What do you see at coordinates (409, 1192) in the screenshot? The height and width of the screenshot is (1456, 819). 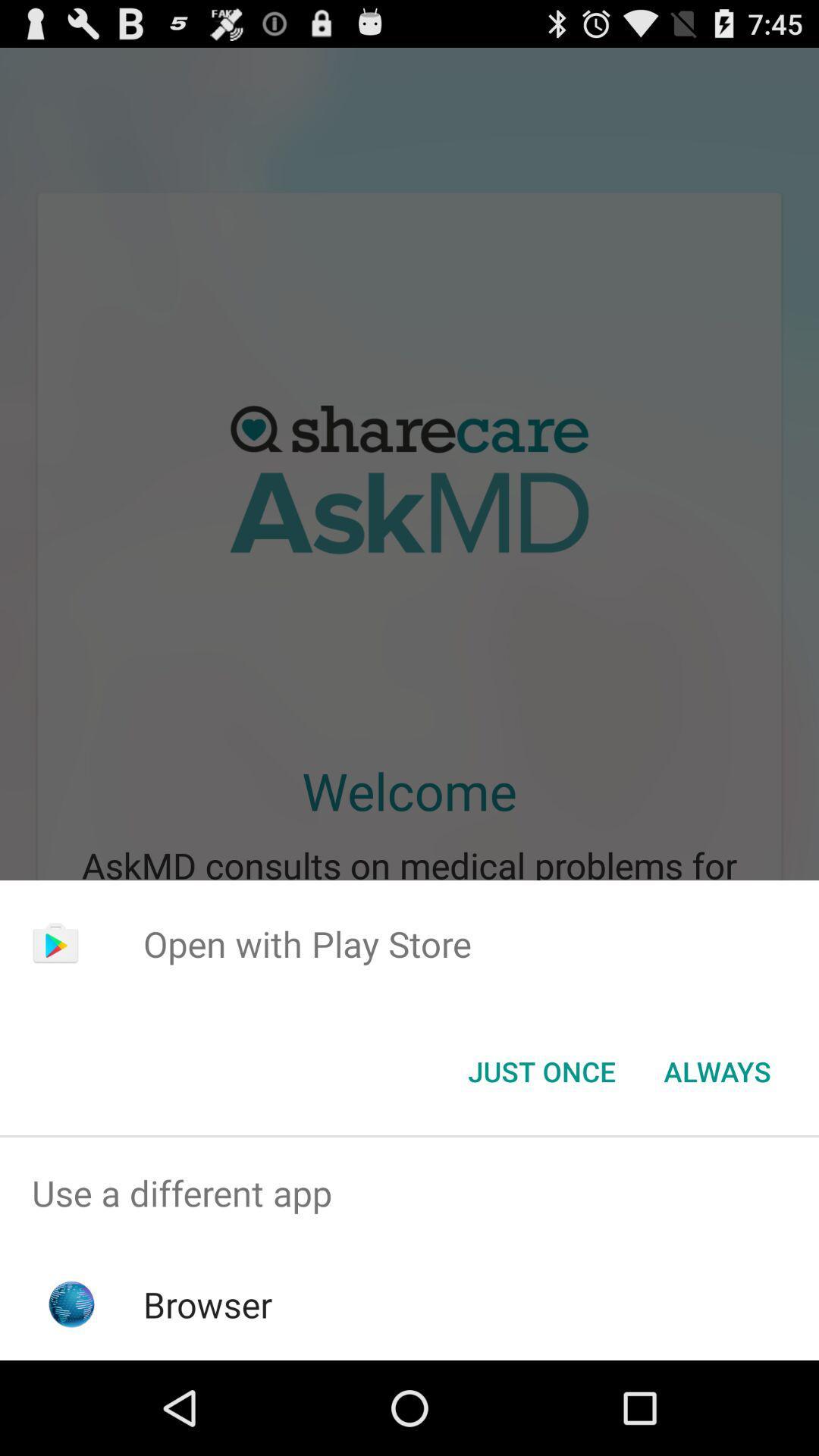 I see `the icon above the browser icon` at bounding box center [409, 1192].